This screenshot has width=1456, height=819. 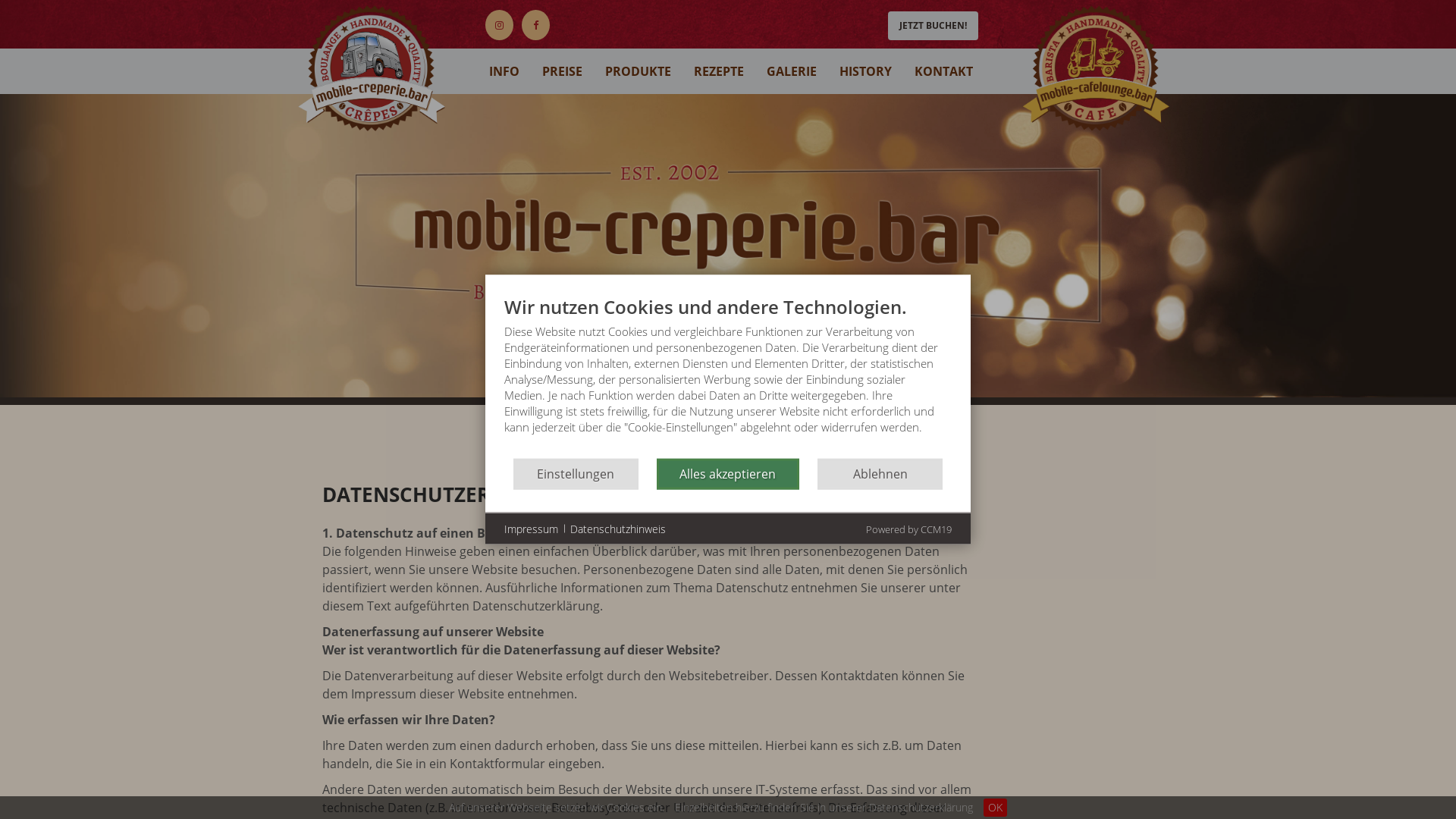 I want to click on 'GALERIE', so click(x=755, y=71).